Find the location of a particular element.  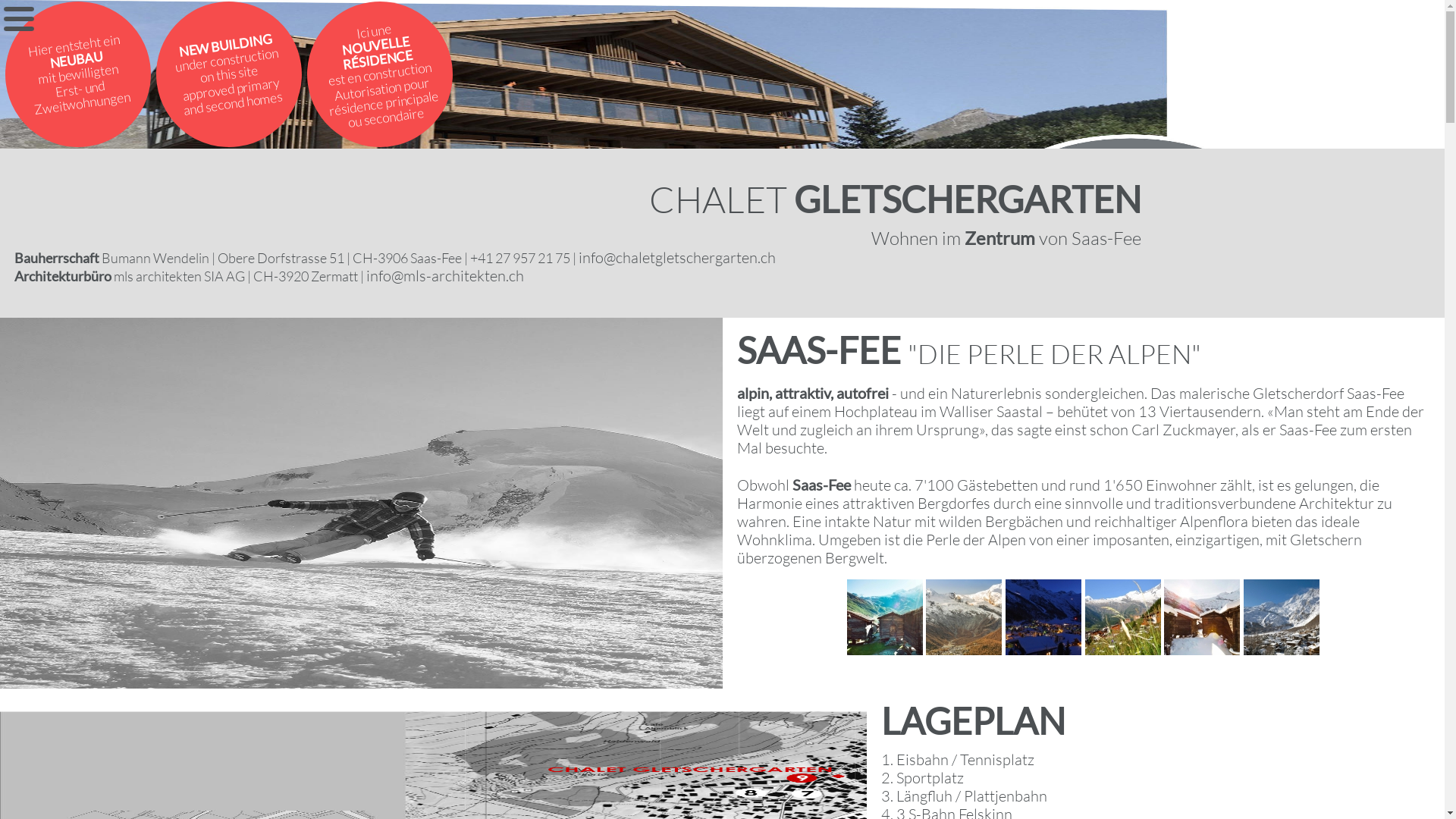

'info@chaletgletschergarten.ch' is located at coordinates (676, 256).